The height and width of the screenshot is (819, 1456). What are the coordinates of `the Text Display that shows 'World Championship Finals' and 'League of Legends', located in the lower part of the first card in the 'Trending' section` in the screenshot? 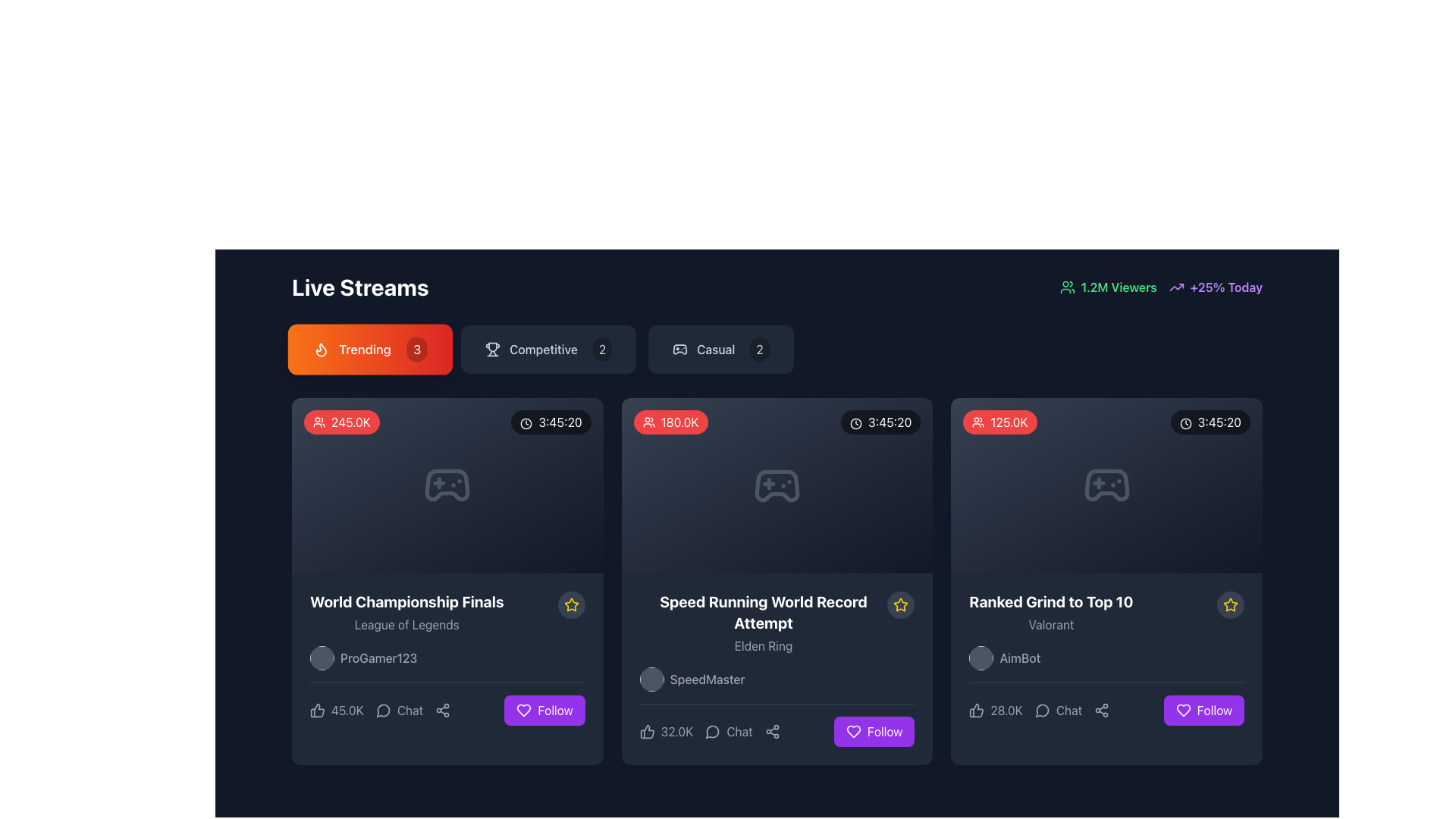 It's located at (406, 611).